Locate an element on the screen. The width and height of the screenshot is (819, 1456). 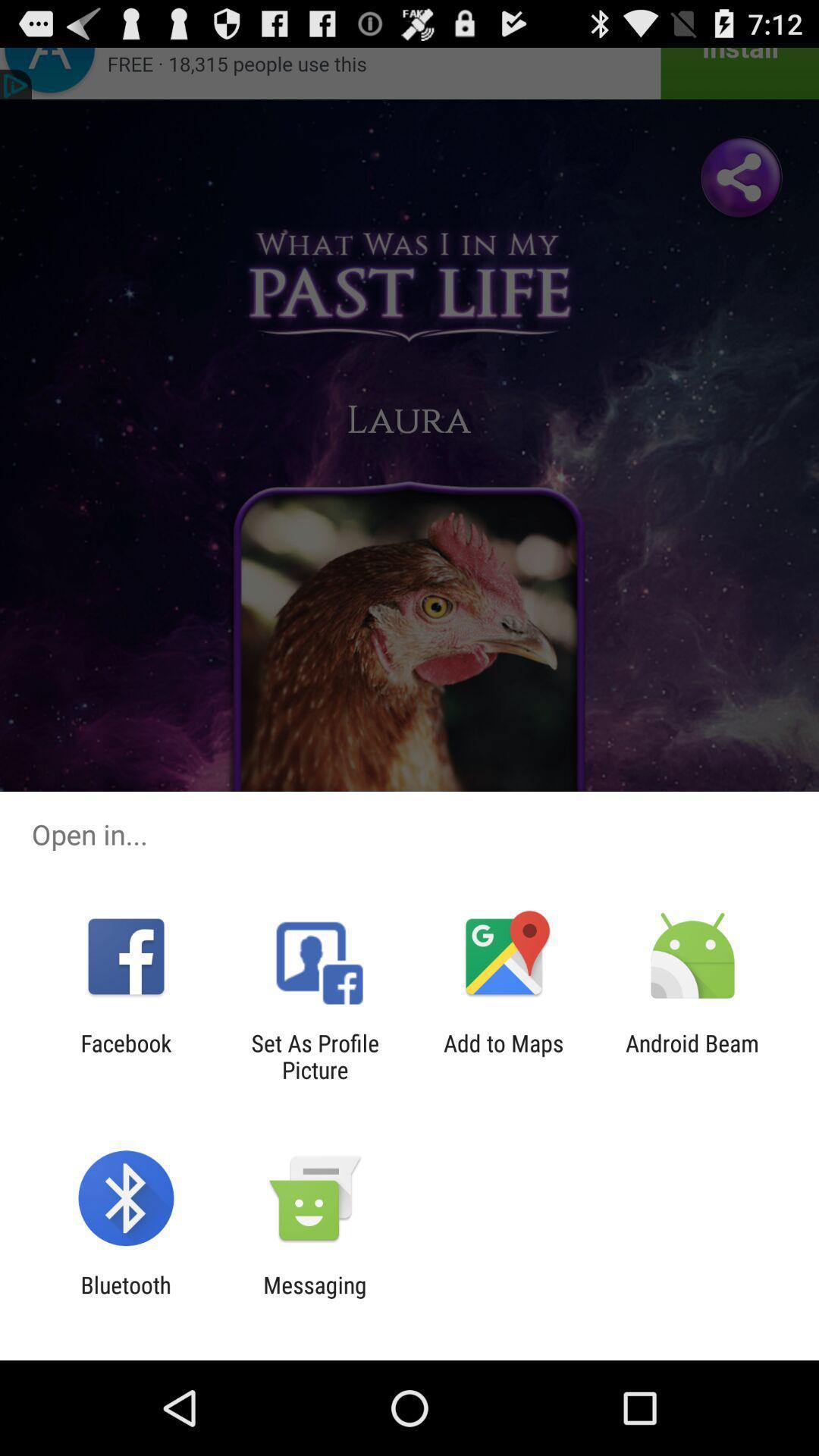
app at the bottom right corner is located at coordinates (692, 1056).